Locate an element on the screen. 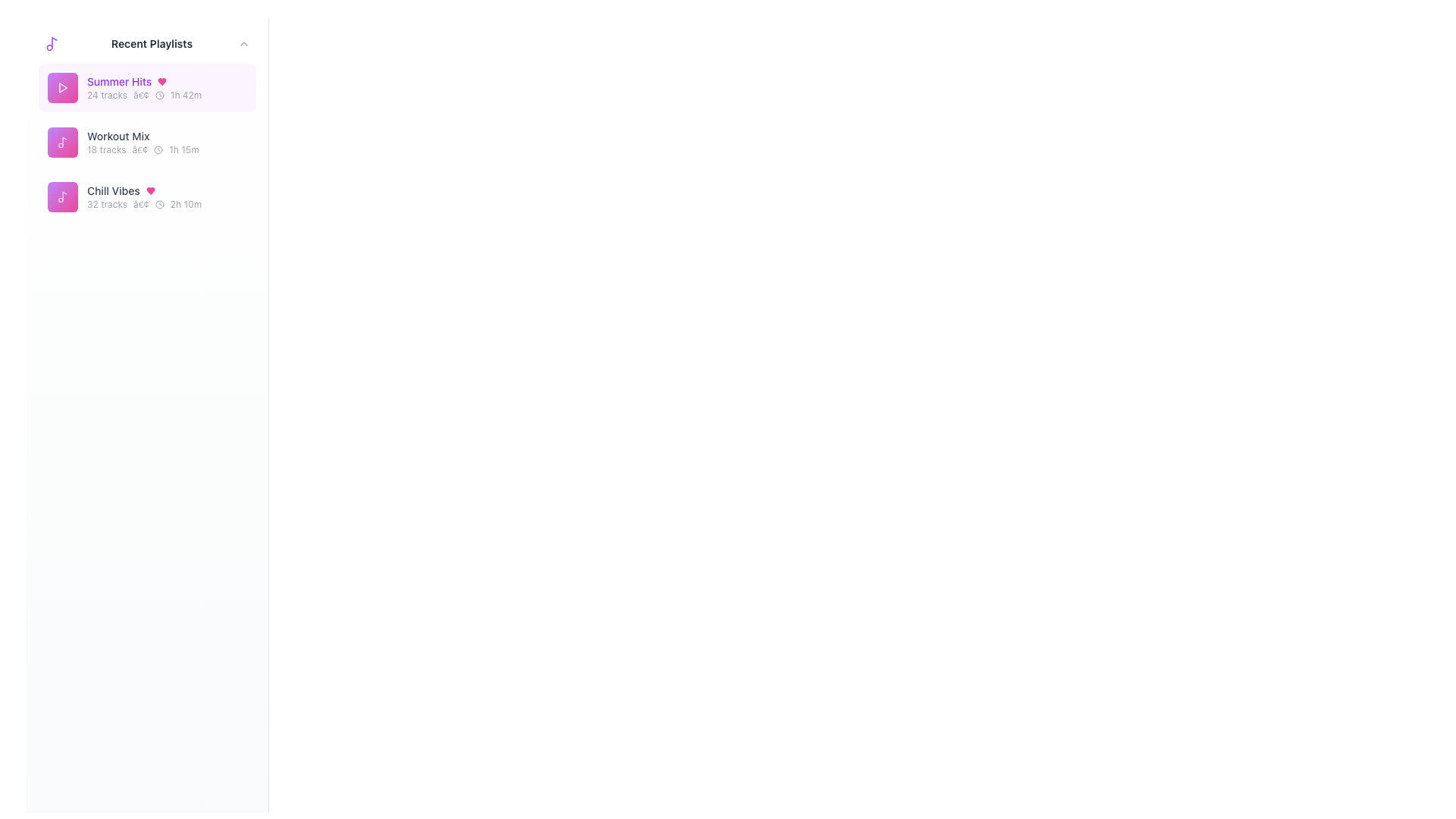 This screenshot has width=1456, height=819. total duration displayed for the playlist 'Chill Vibes', which is a non-interactive text element located at the bottom section of the 'Recent Playlists' component is located at coordinates (185, 205).